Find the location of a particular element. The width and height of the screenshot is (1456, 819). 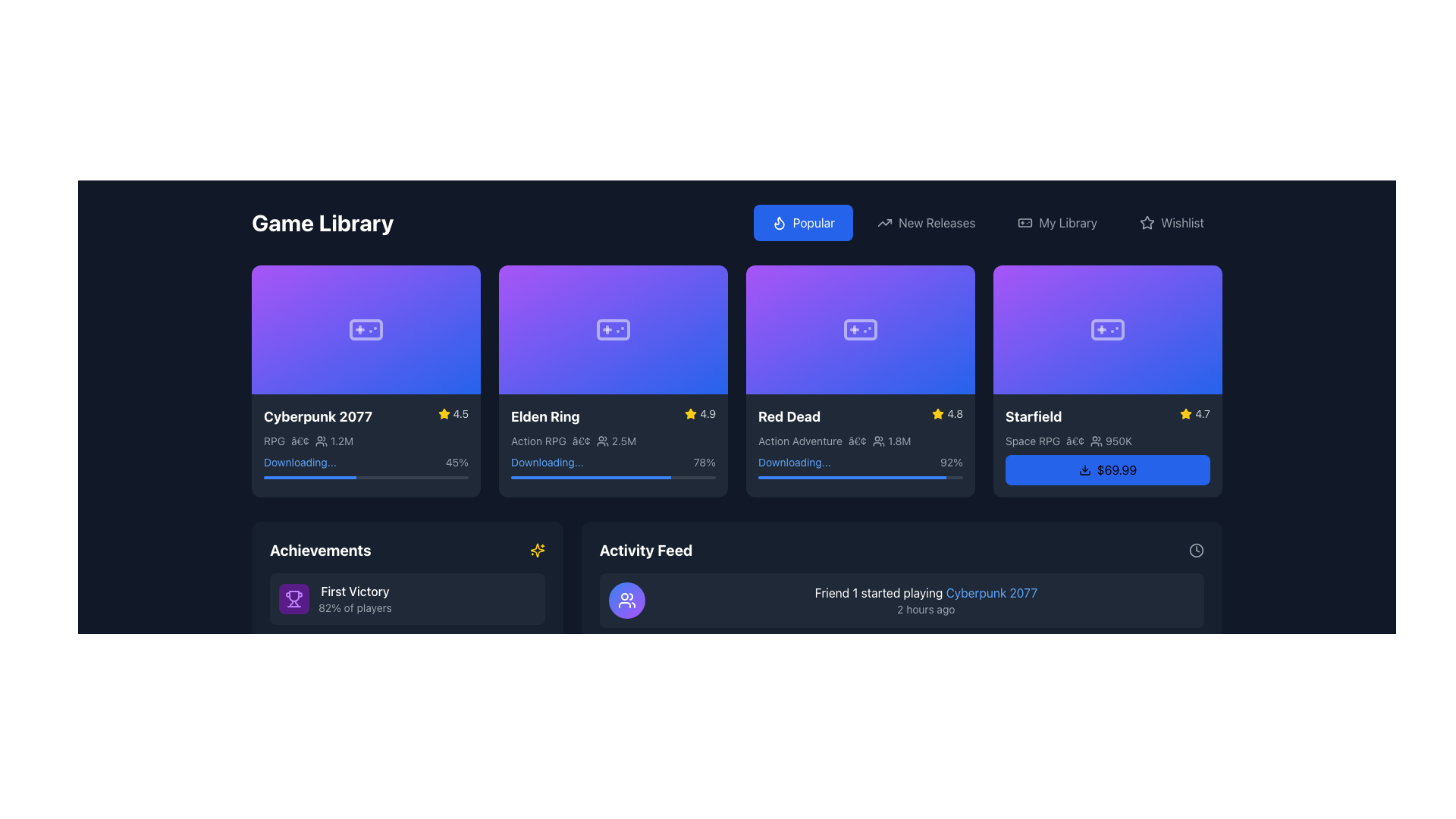

the decorative icon centered in the header section of the first game card in the grid layout is located at coordinates (366, 328).